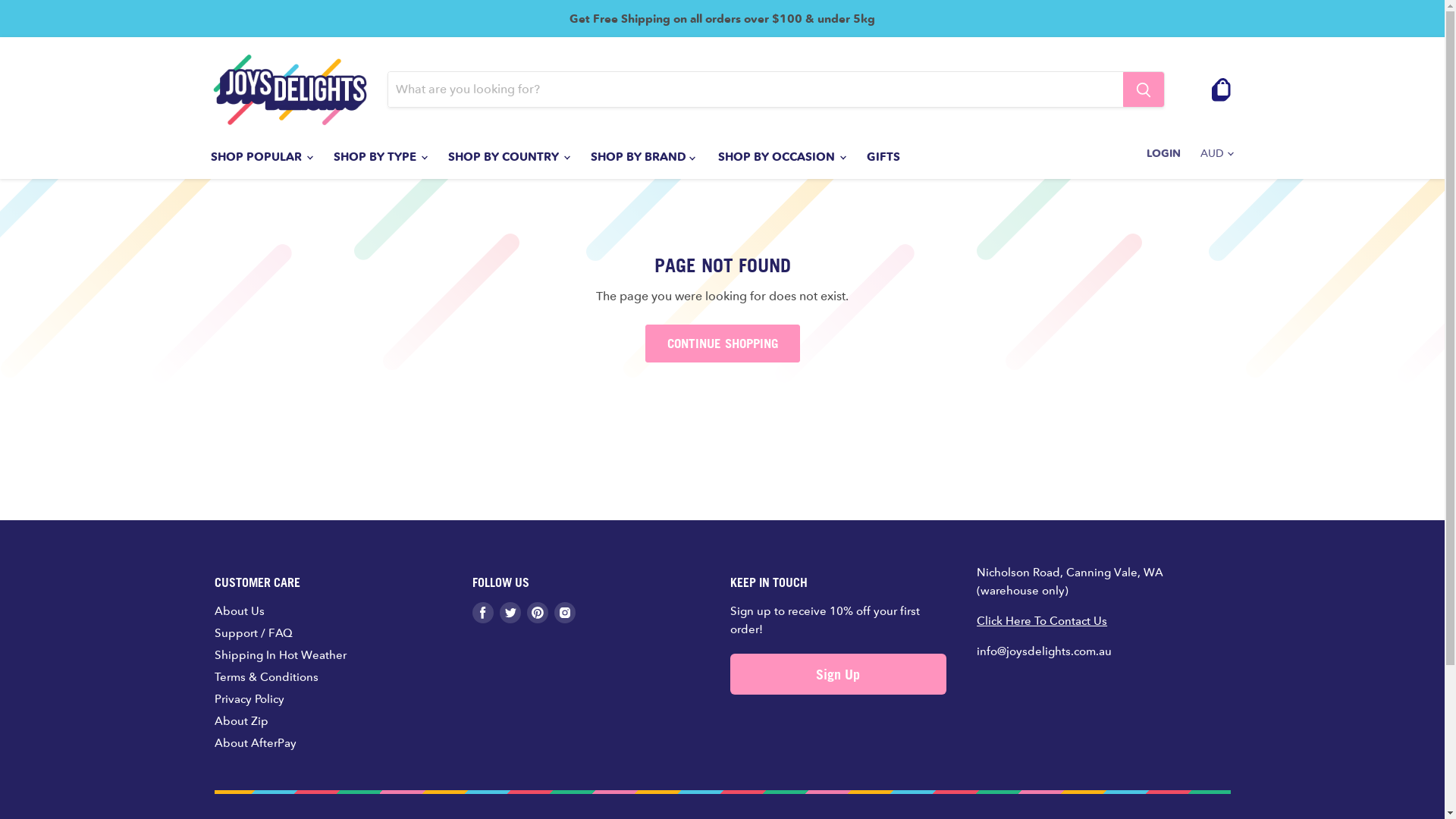 This screenshot has width=1456, height=819. What do you see at coordinates (720, 343) in the screenshot?
I see `'CONTINUE SHOPPING'` at bounding box center [720, 343].